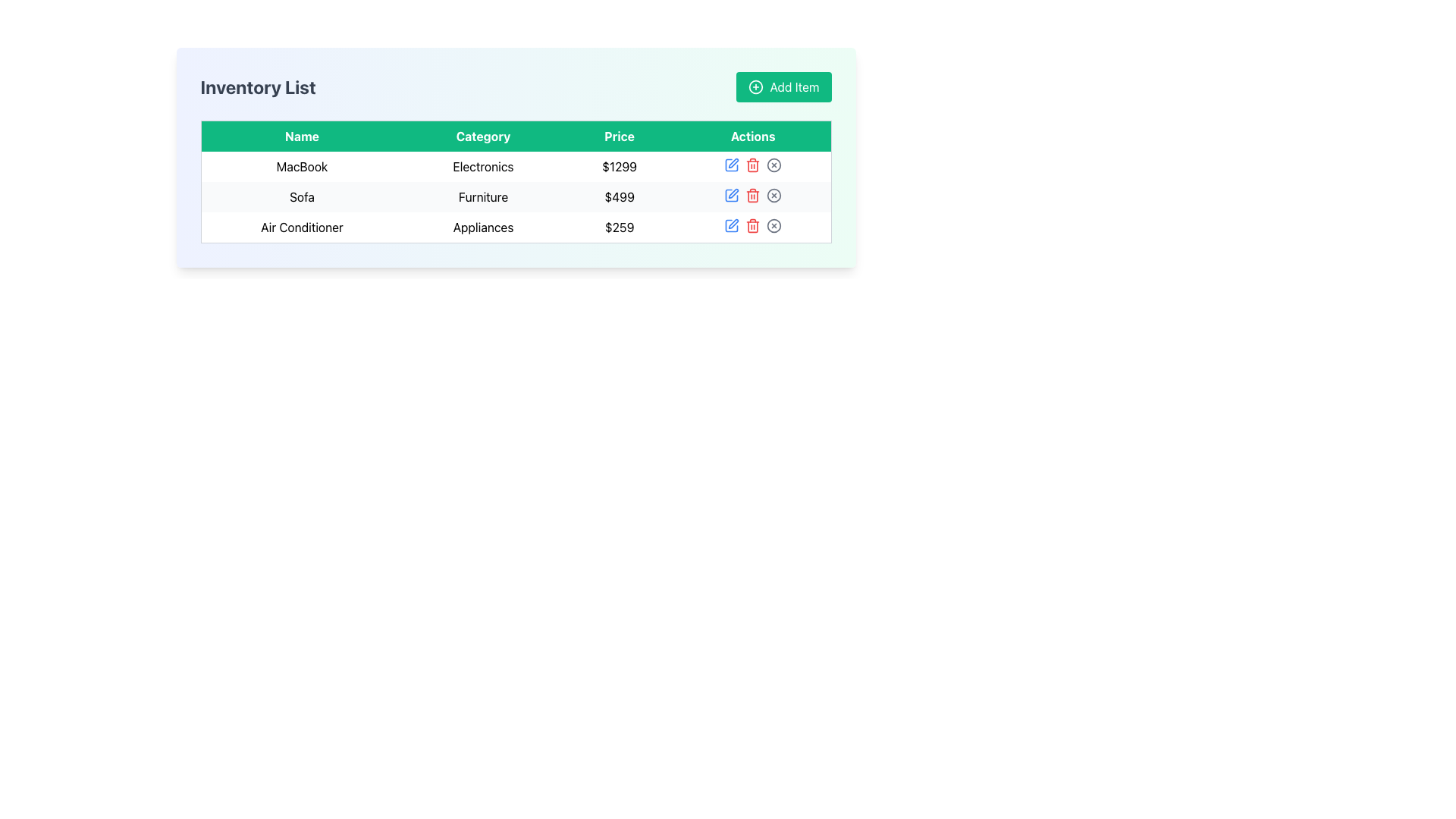  Describe the element at coordinates (620, 196) in the screenshot. I see `the price display of the 'Sofa' product, which is the third column in its table row` at that location.